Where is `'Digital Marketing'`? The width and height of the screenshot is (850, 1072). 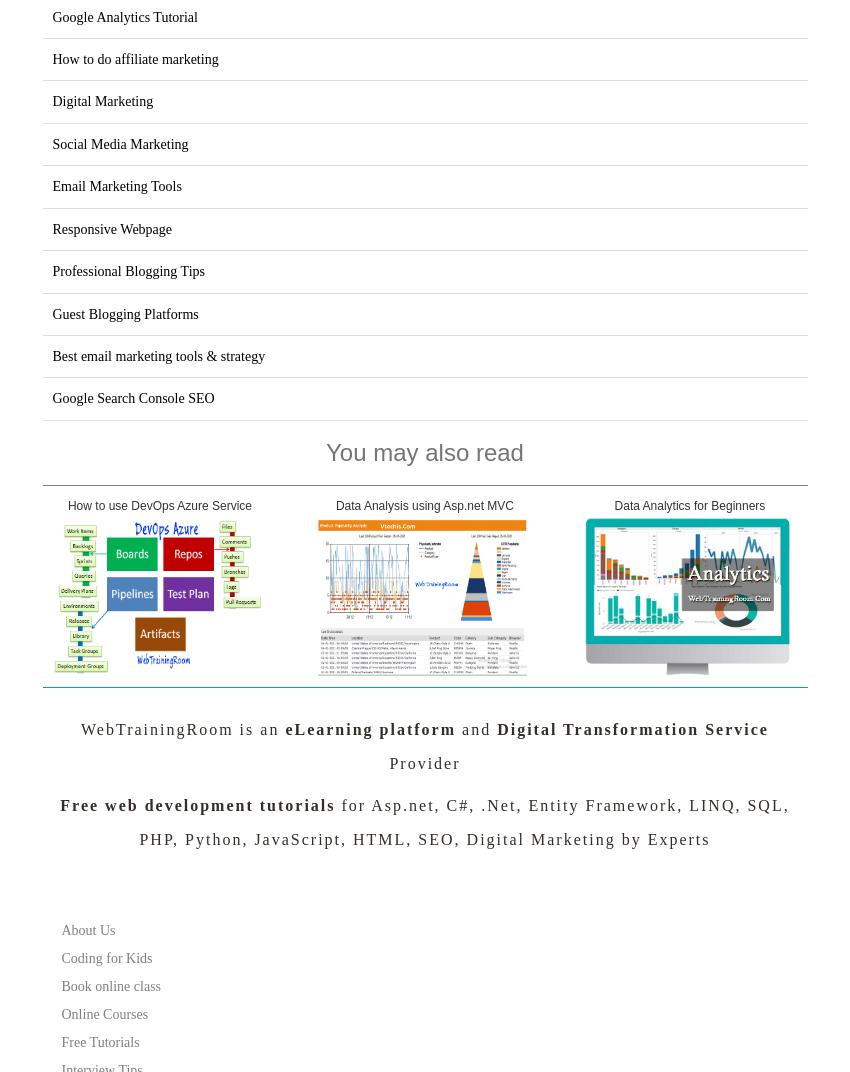
'Digital Marketing' is located at coordinates (52, 101).